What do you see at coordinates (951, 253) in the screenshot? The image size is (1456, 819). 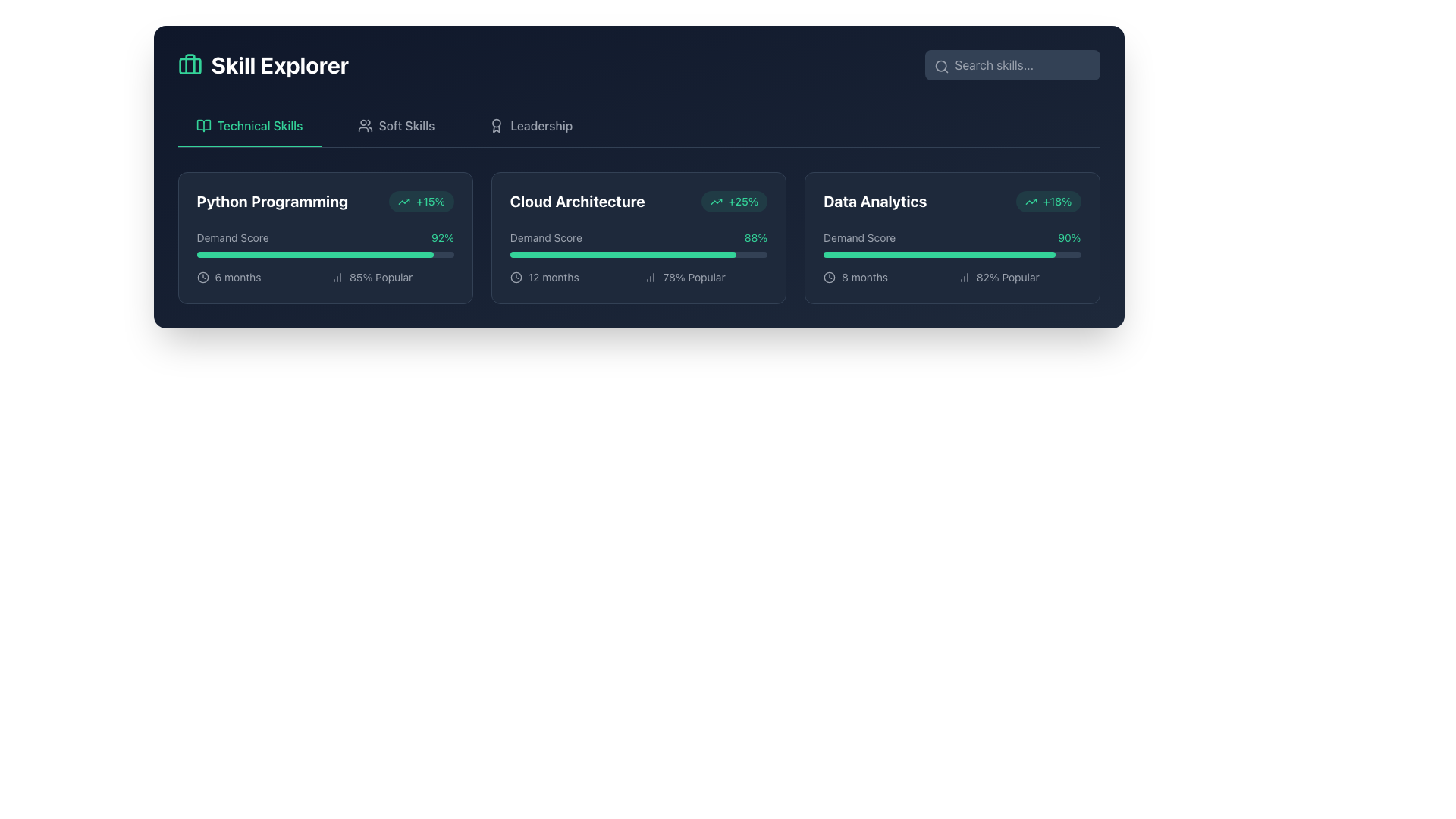 I see `the horizontal progress bar with a dark slate-colored background located below the 'Demand Score' text and adjacent to '90%' in the 'Data Analytics' card` at bounding box center [951, 253].